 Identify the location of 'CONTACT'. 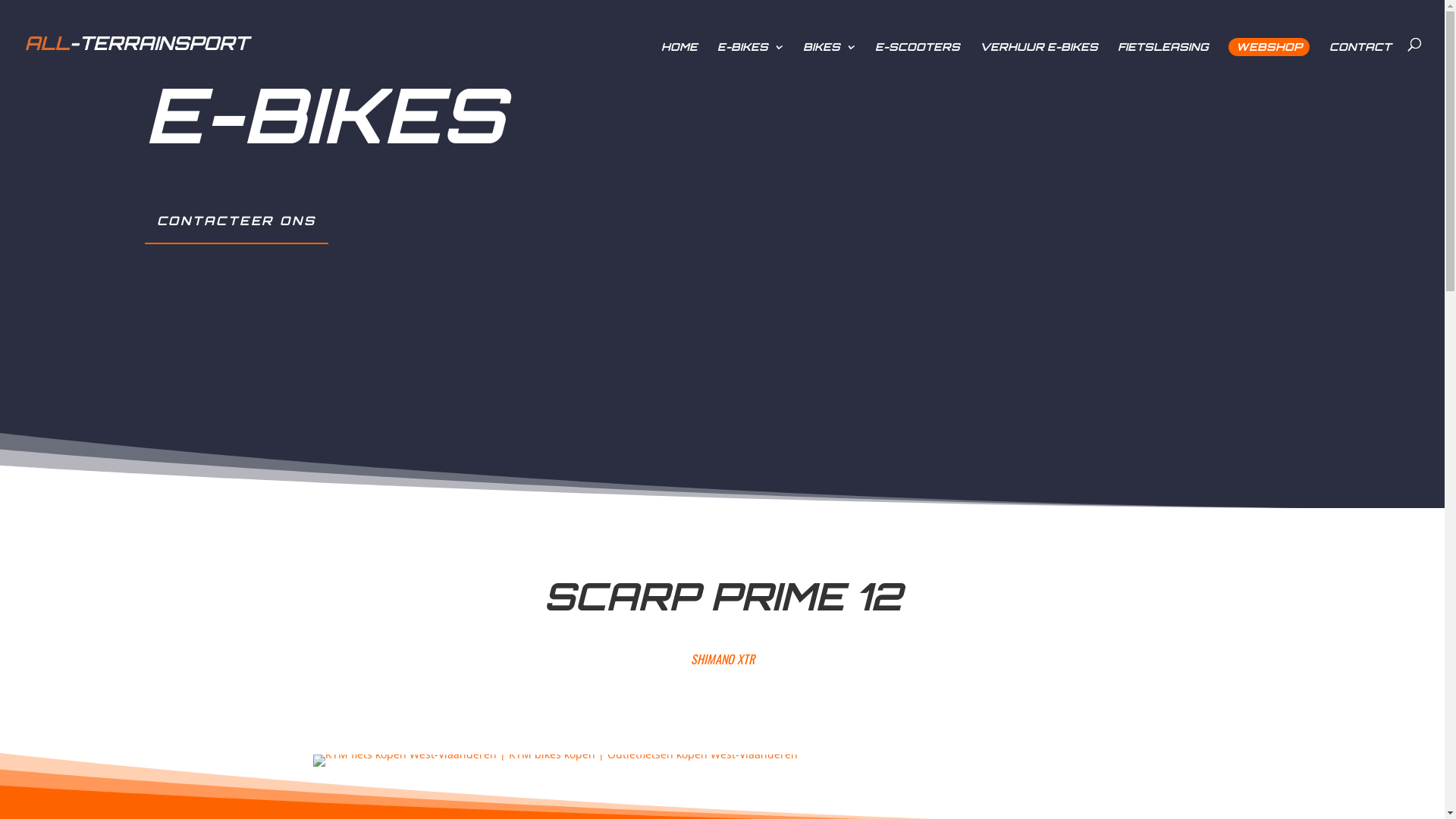
(1360, 54).